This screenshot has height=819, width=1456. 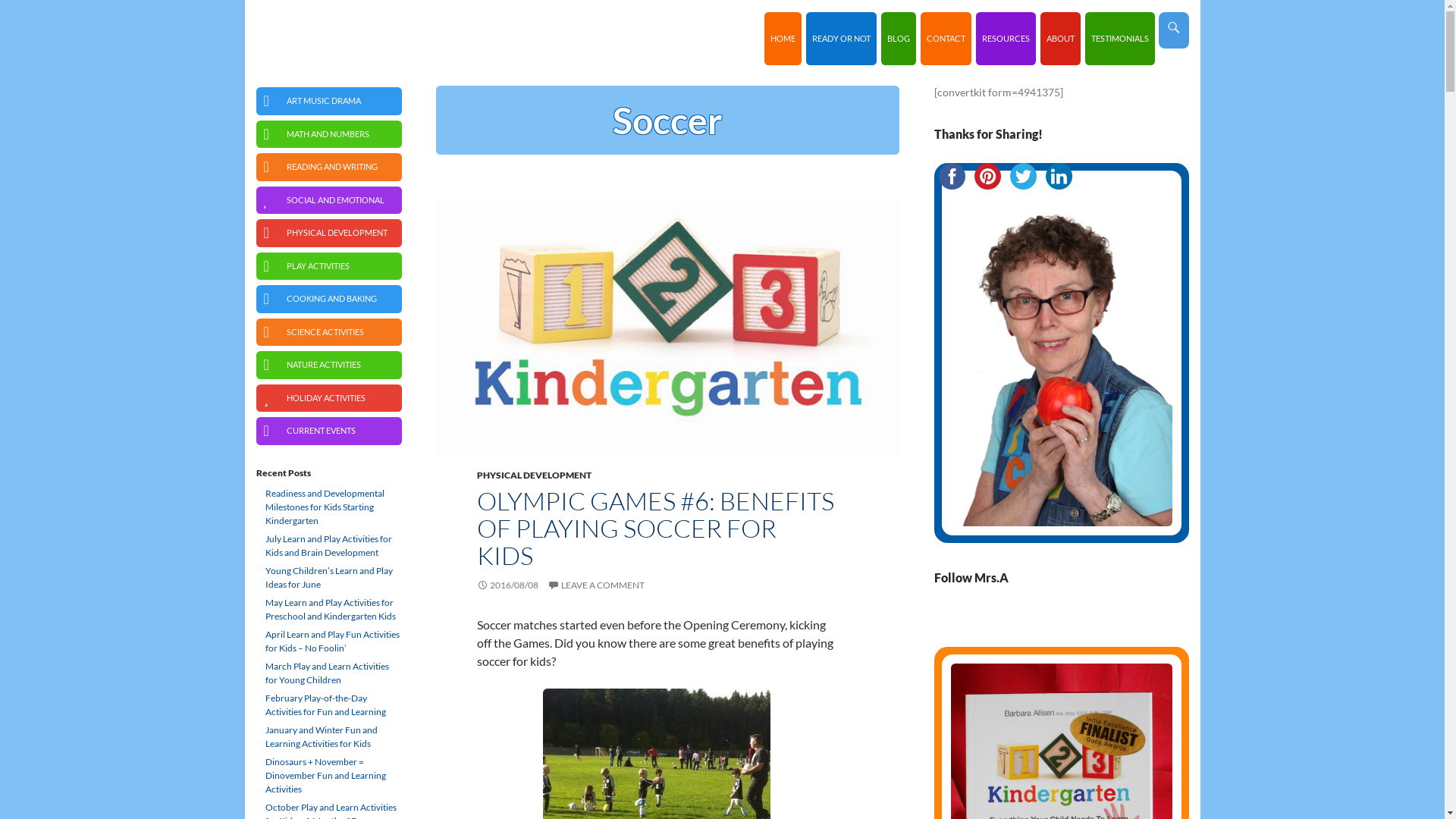 What do you see at coordinates (968, 175) in the screenshot?
I see `'pinterest'` at bounding box center [968, 175].